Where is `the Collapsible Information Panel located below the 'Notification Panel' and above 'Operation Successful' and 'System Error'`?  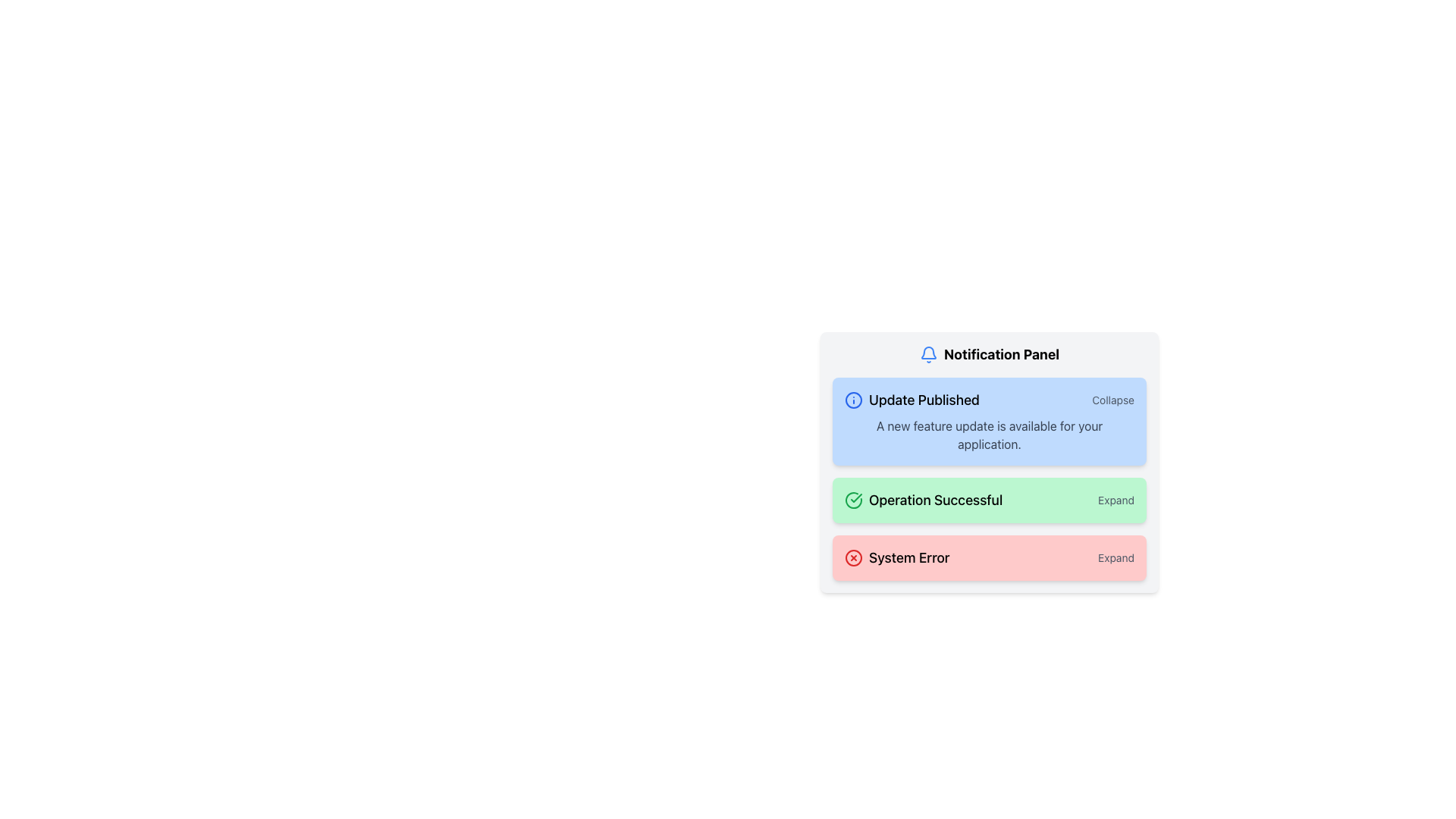
the Collapsible Information Panel located below the 'Notification Panel' and above 'Operation Successful' and 'System Error' is located at coordinates (990, 461).